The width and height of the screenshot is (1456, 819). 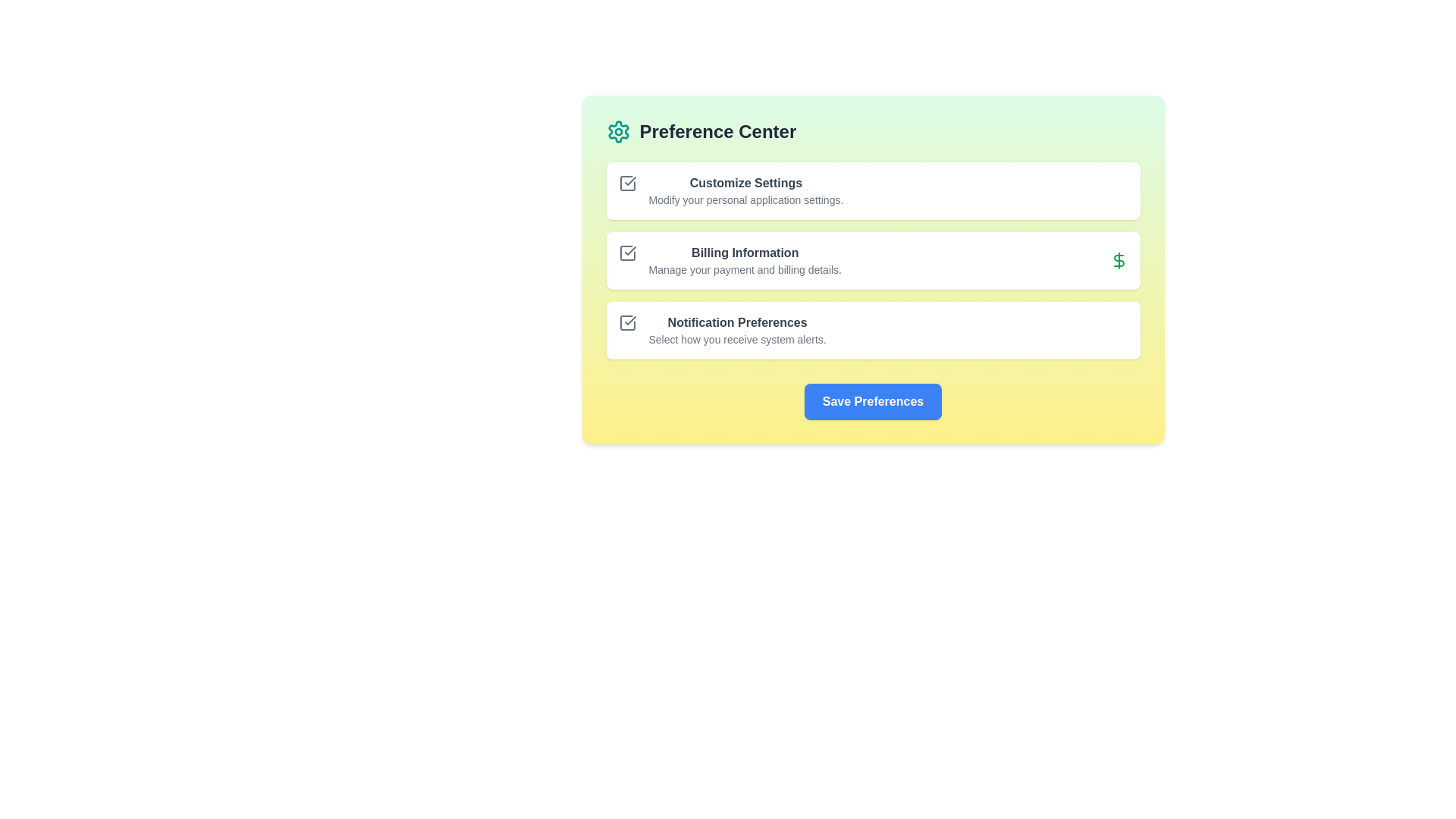 I want to click on the 'Save Preferences' button located at the bottom of the 'Preference Center' card, so click(x=873, y=400).